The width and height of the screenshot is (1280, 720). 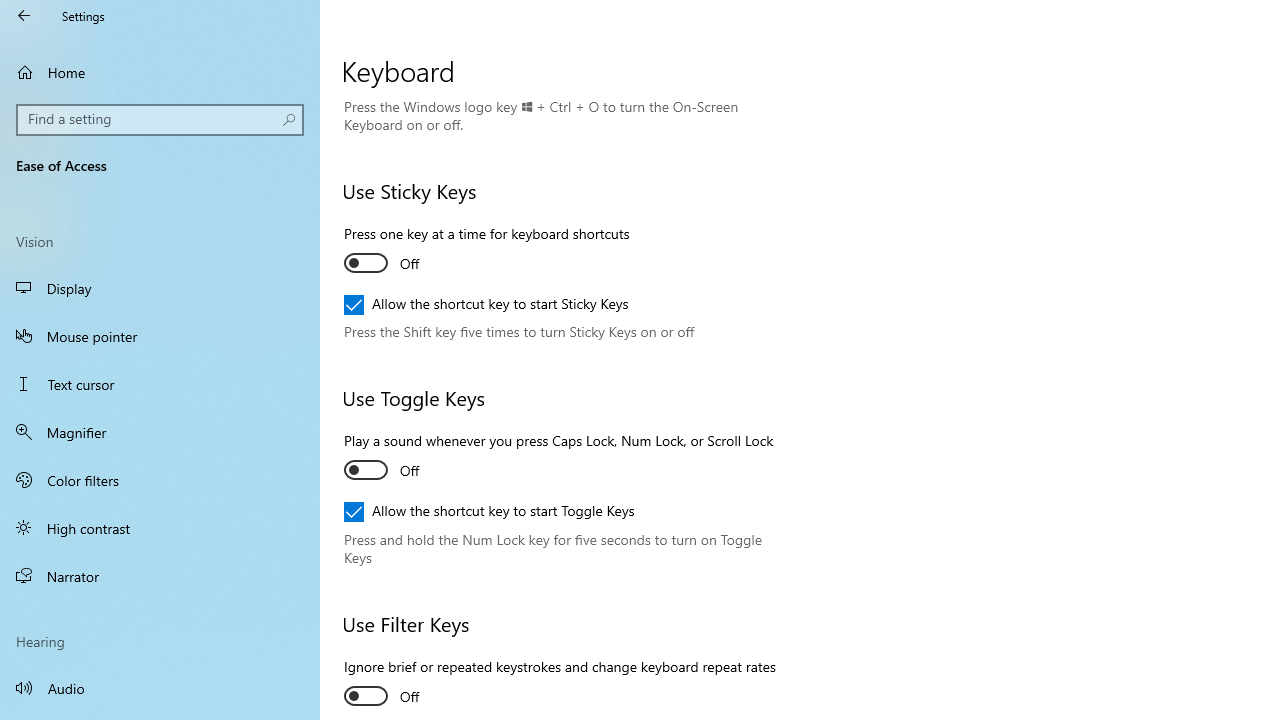 What do you see at coordinates (160, 71) in the screenshot?
I see `'Home'` at bounding box center [160, 71].